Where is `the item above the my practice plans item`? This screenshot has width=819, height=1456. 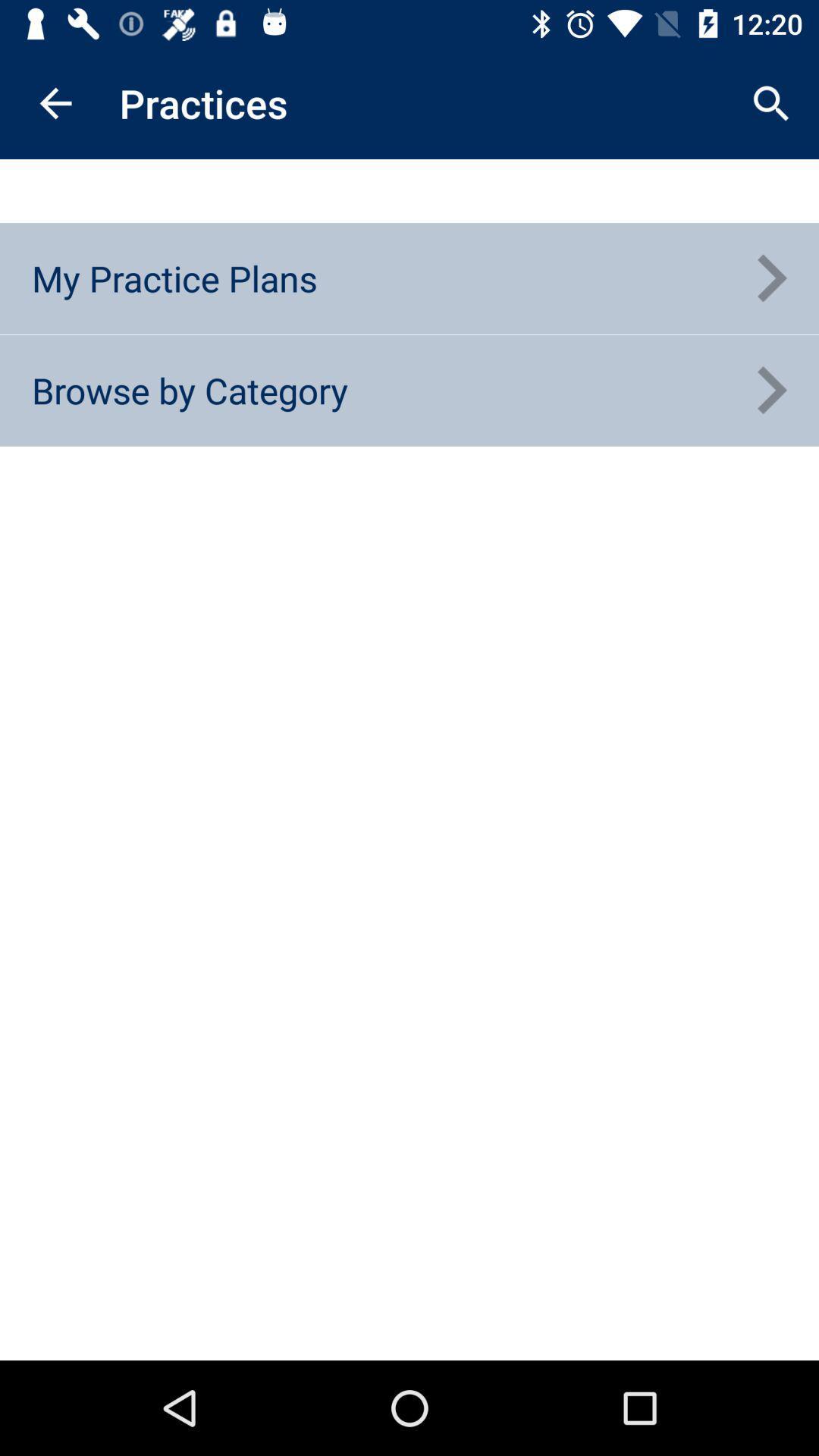 the item above the my practice plans item is located at coordinates (55, 102).